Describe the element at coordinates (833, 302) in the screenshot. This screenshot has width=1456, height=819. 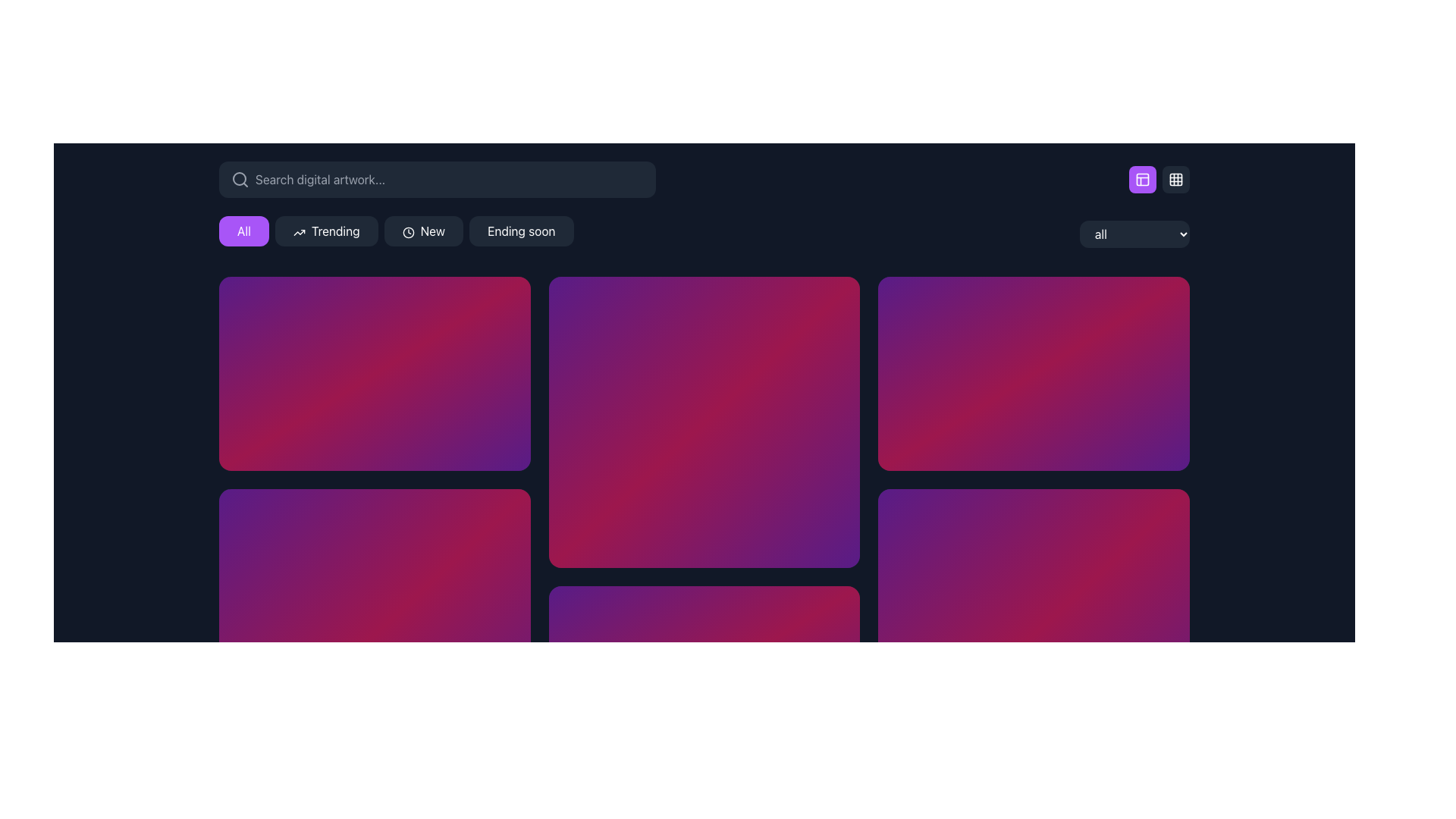
I see `the Circle element located at the center of the SVG component in the top-right region of the application interface` at that location.